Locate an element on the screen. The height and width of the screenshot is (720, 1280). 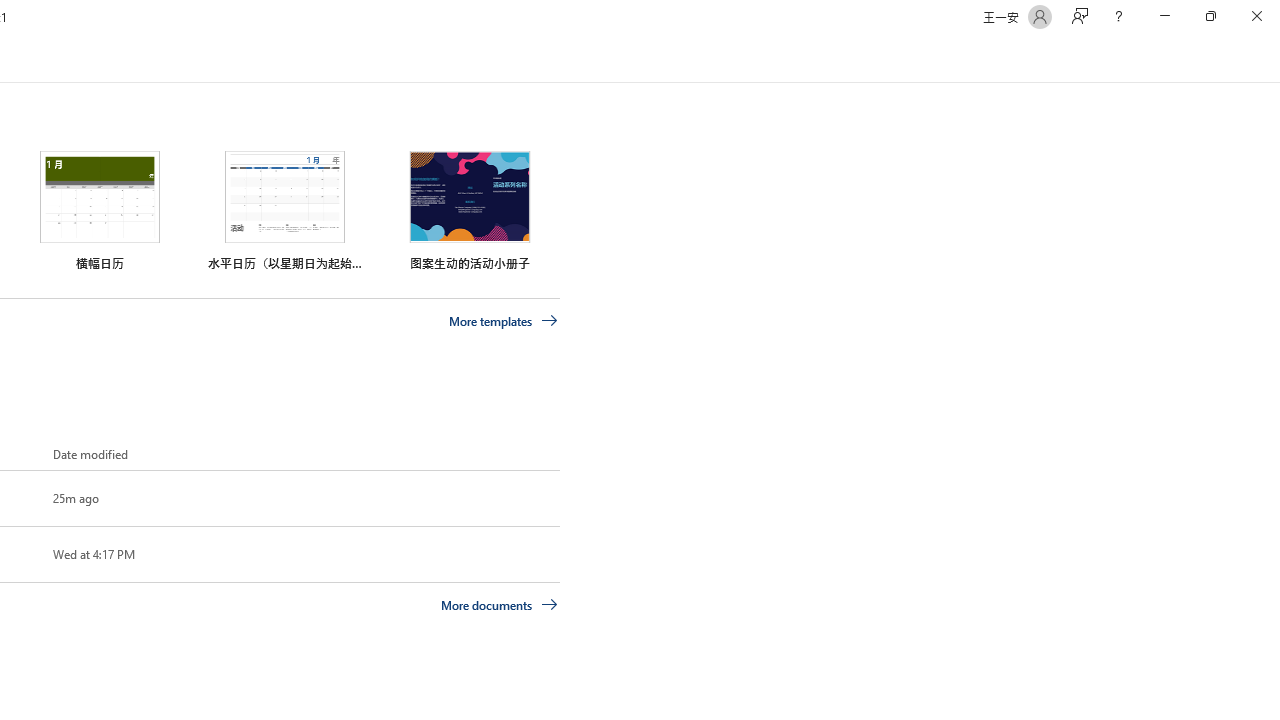
'Restore Down' is located at coordinates (1209, 16).